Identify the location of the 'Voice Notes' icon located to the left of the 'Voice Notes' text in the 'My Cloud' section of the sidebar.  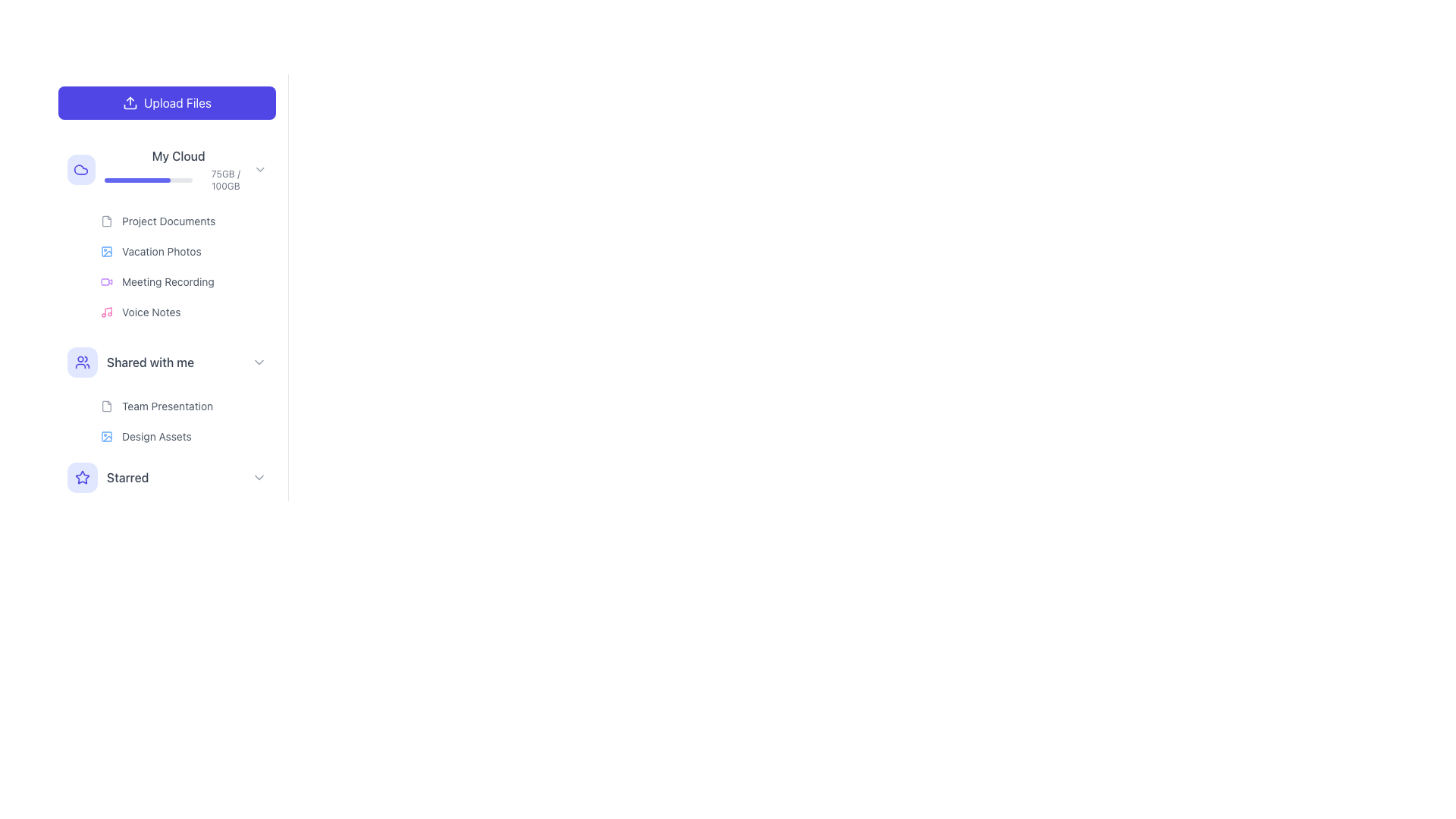
(105, 312).